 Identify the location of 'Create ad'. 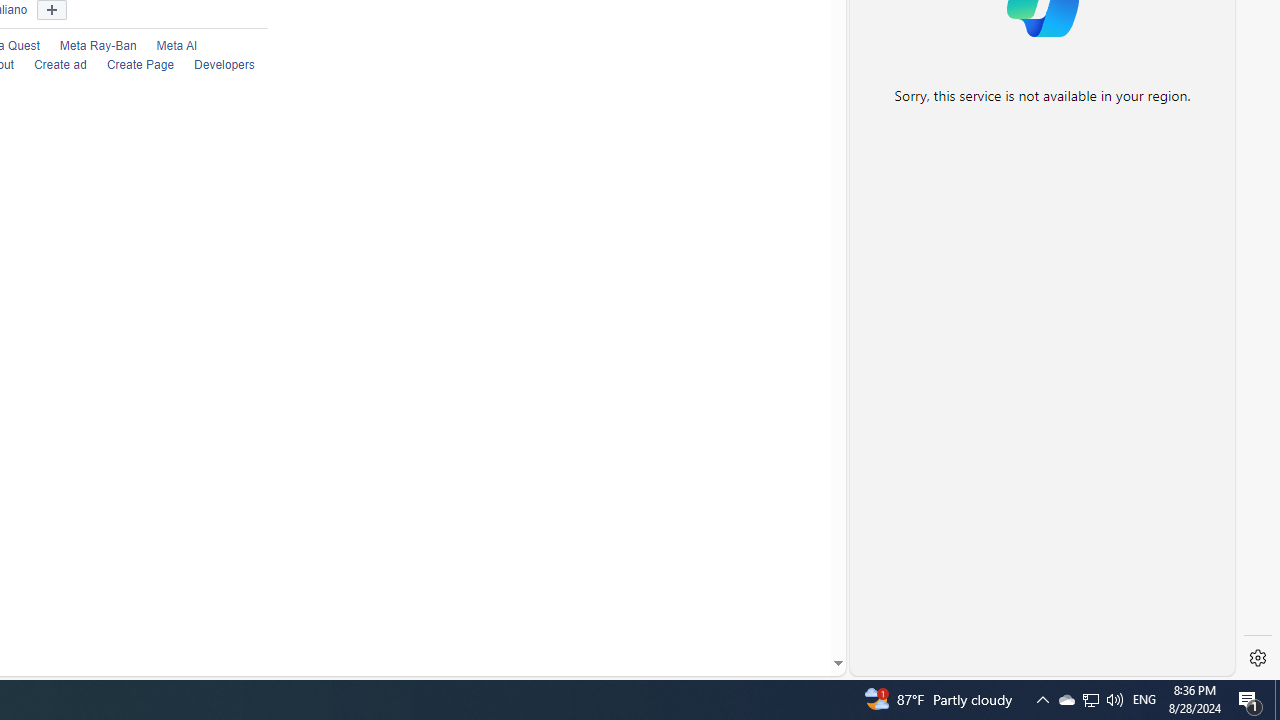
(49, 65).